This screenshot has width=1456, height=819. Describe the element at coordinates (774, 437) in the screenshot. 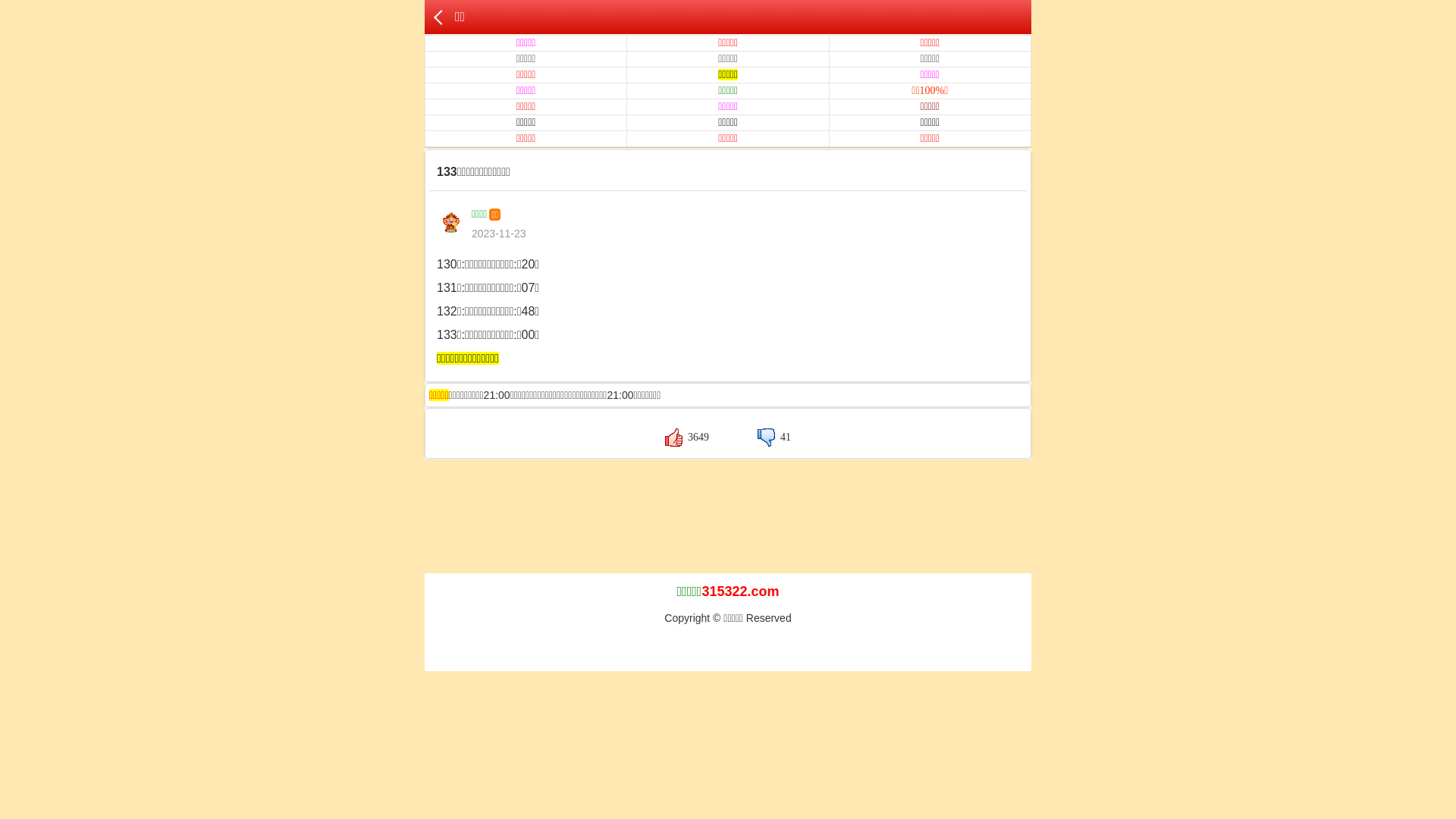

I see `'41'` at that location.